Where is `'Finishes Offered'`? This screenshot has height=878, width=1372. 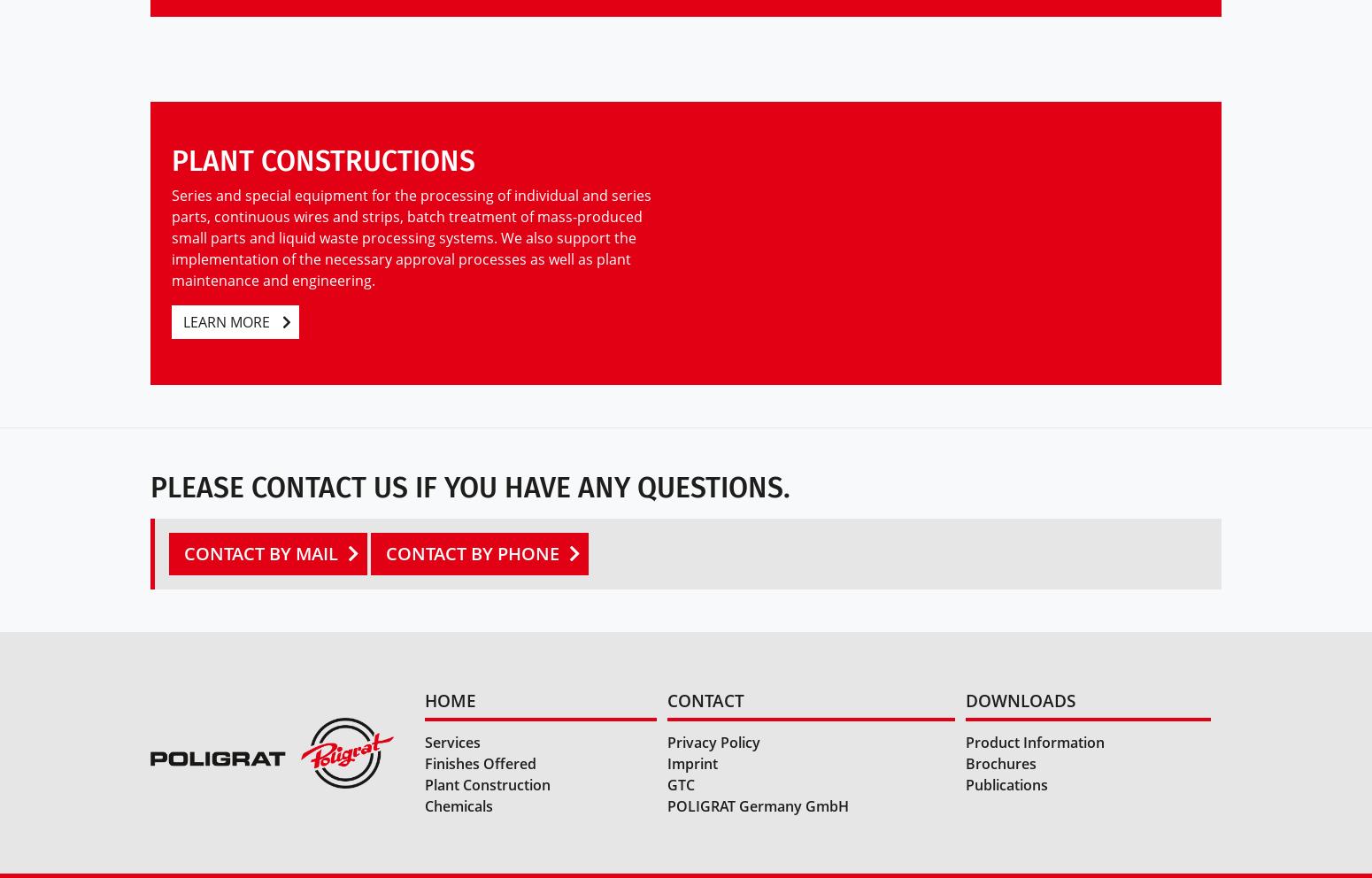
'Finishes Offered' is located at coordinates (479, 763).